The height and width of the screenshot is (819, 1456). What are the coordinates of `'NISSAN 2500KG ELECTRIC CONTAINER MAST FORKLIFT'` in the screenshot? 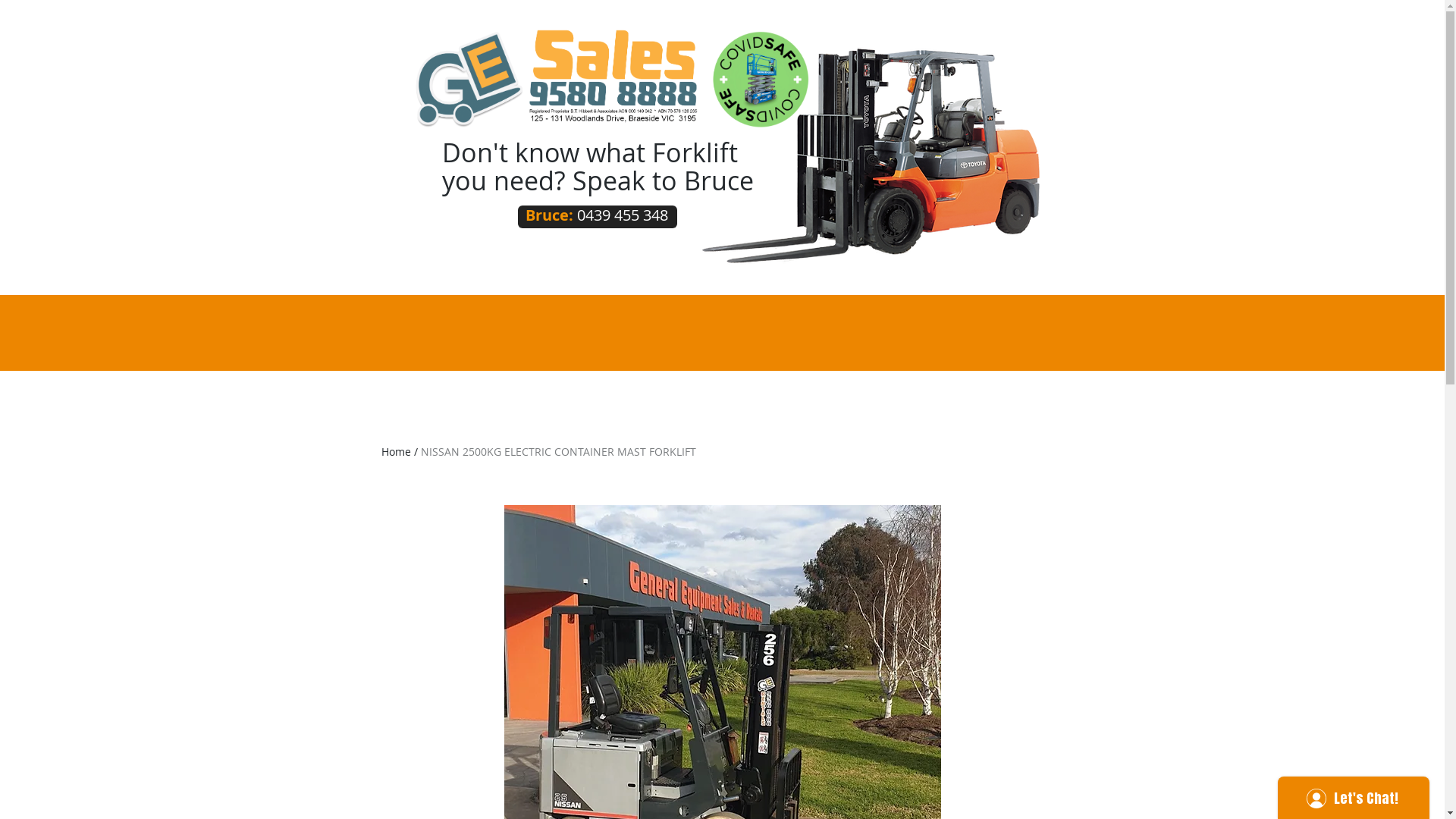 It's located at (557, 450).